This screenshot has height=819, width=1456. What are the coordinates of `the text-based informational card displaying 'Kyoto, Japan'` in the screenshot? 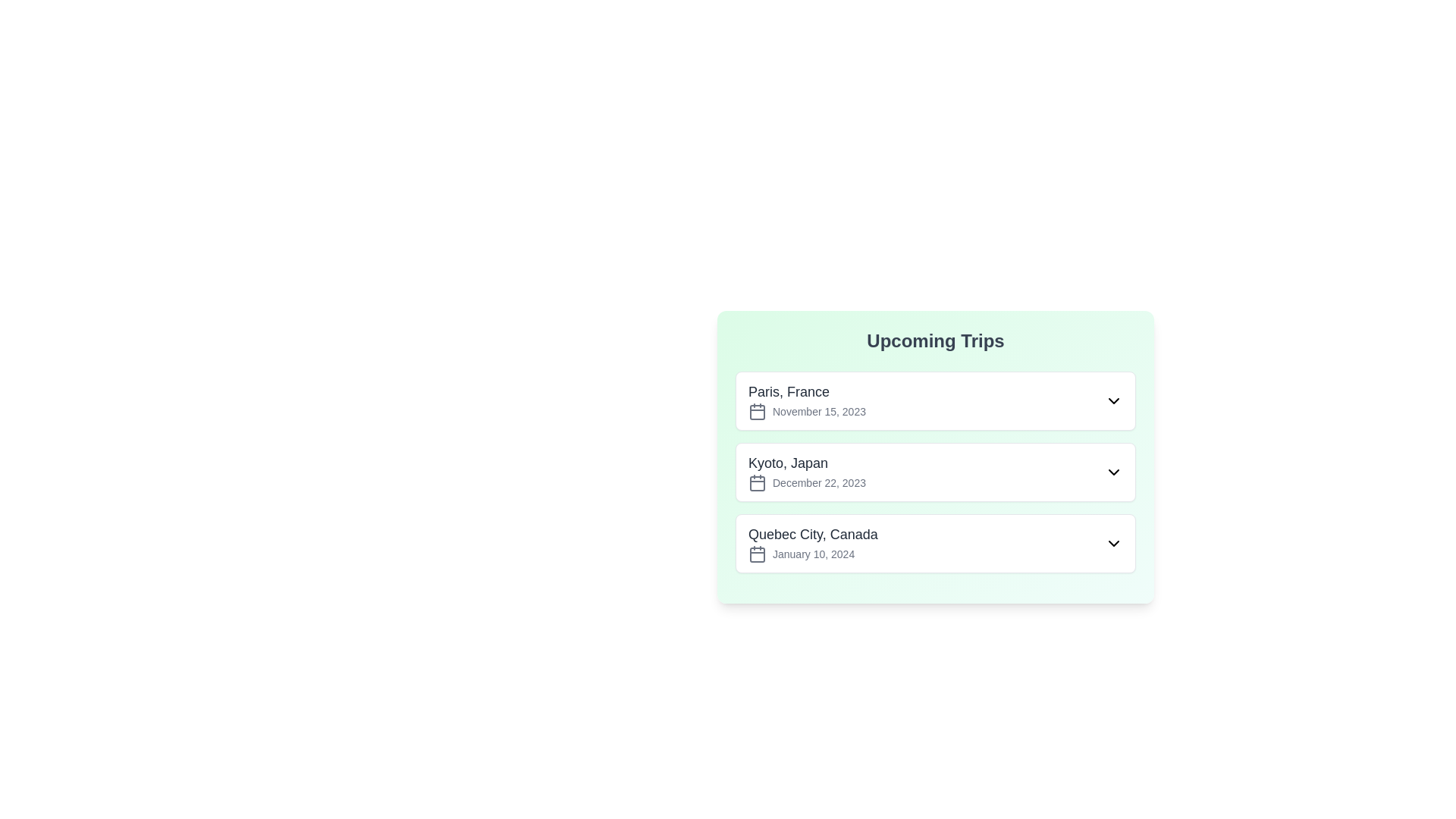 It's located at (806, 472).